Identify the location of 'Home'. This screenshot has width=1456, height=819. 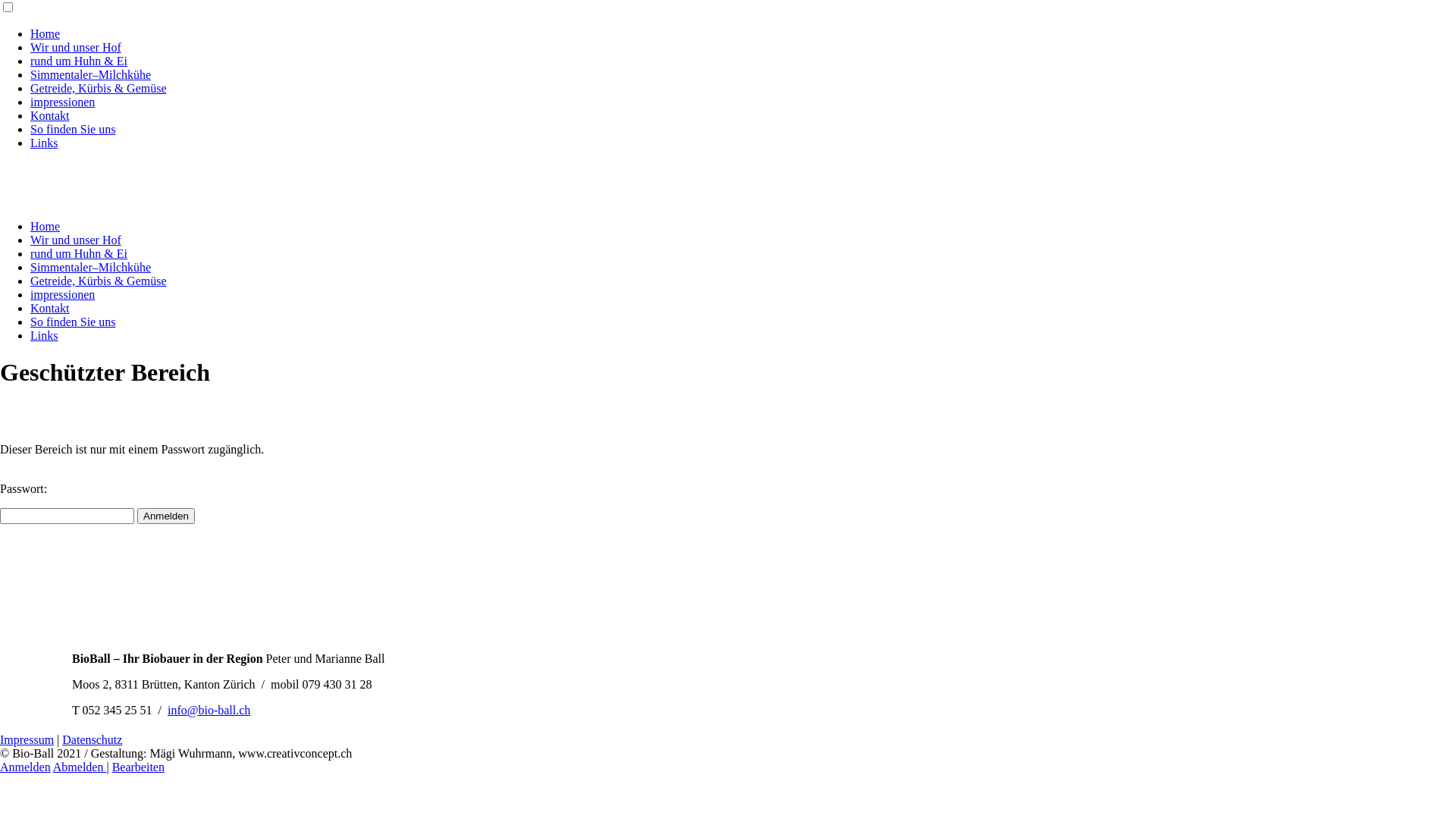
(30, 33).